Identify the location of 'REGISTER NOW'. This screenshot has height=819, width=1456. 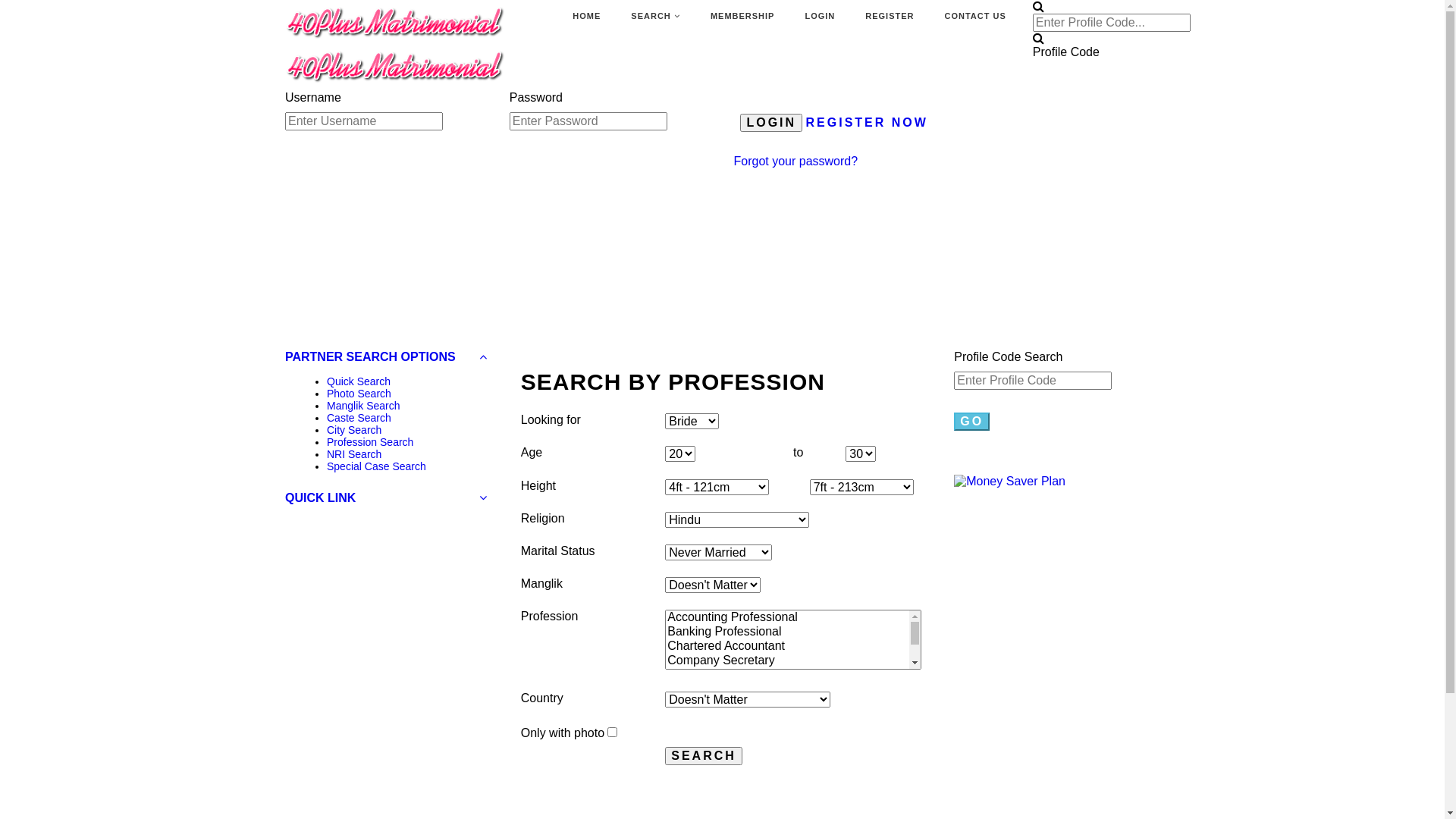
(867, 121).